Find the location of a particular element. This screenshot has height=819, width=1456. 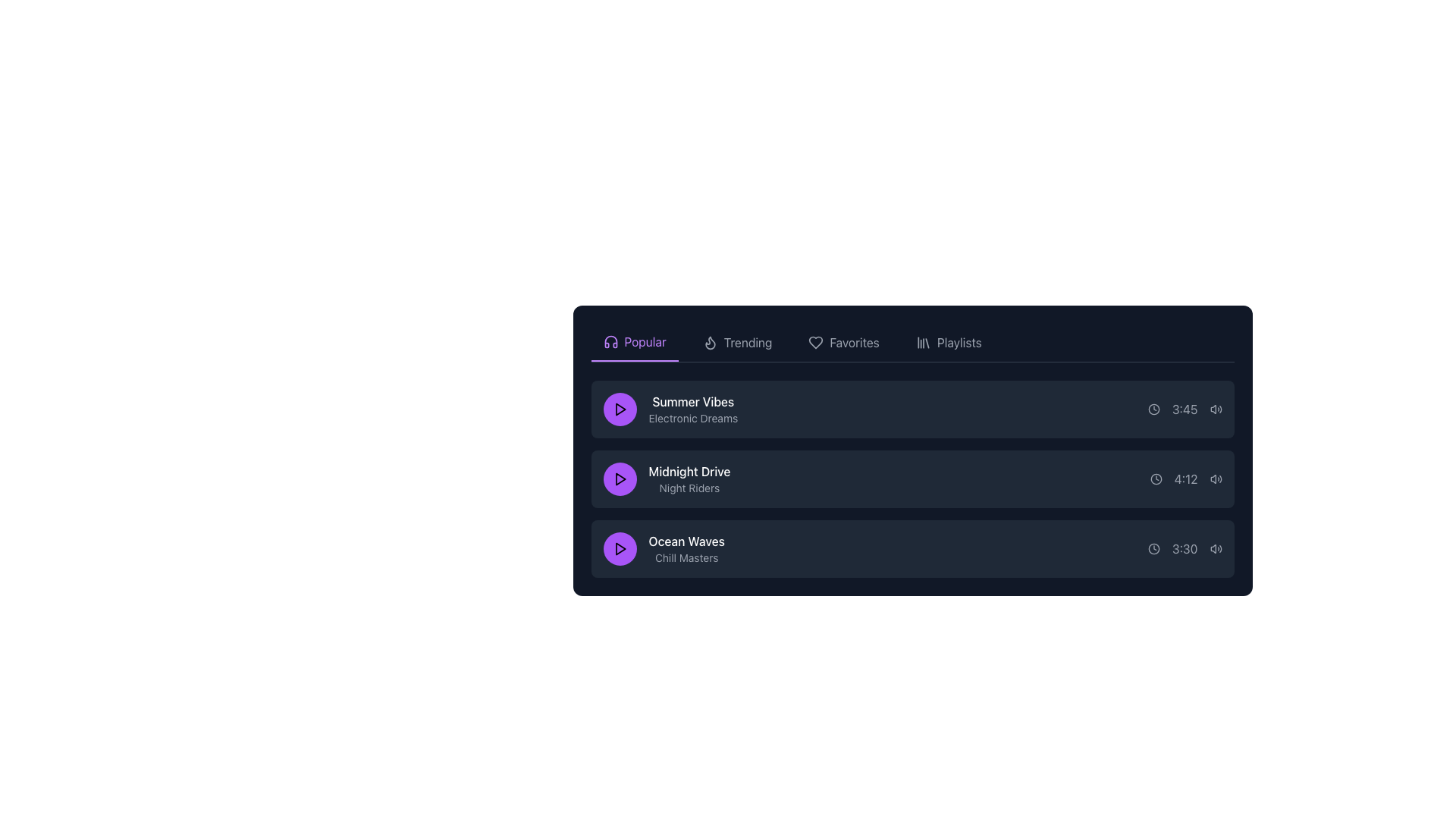

the 'Trending' tab, which is the second tab in the navigation row is located at coordinates (737, 342).